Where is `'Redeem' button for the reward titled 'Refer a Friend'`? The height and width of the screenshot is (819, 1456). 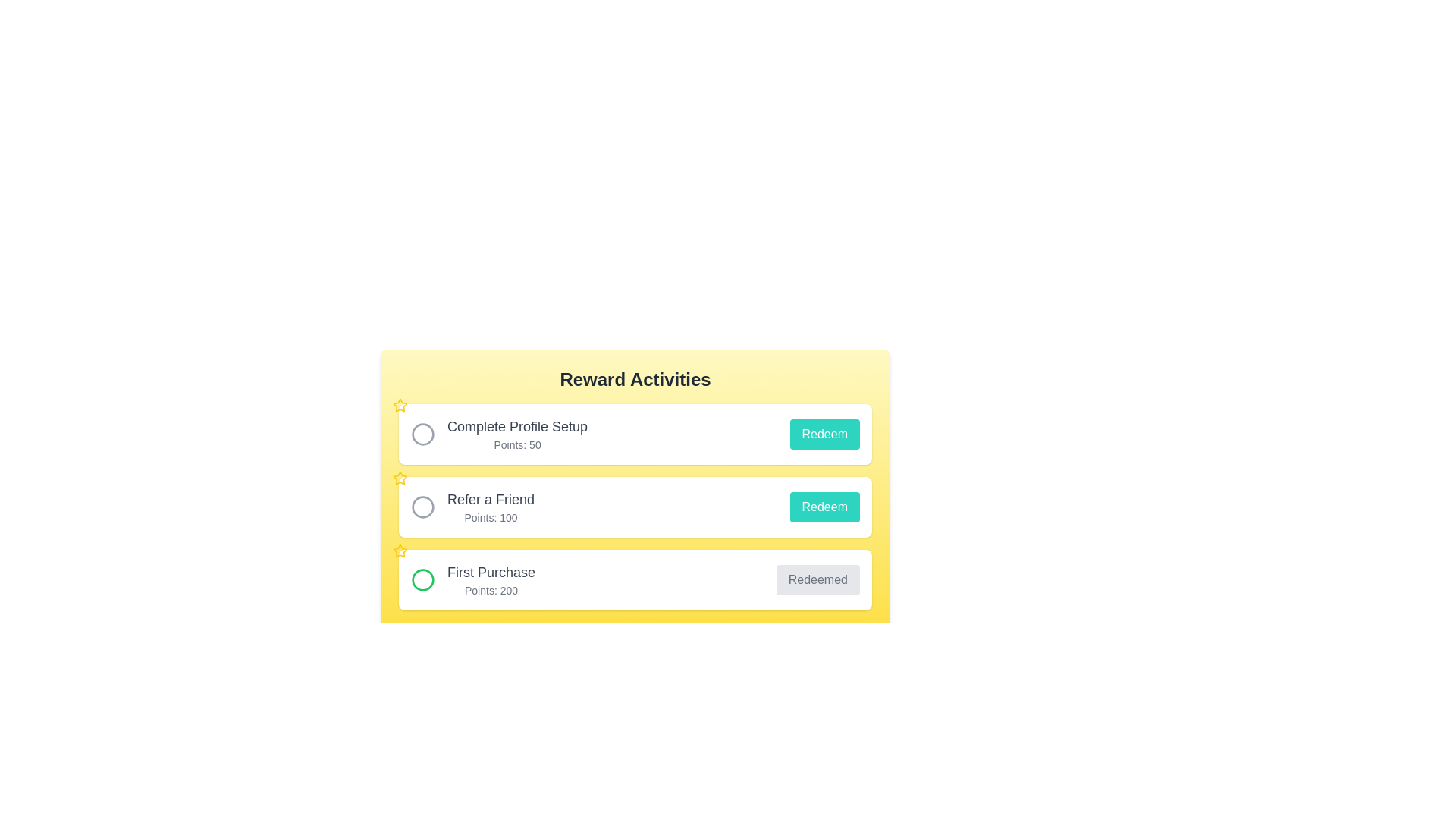 'Redeem' button for the reward titled 'Refer a Friend' is located at coordinates (824, 507).